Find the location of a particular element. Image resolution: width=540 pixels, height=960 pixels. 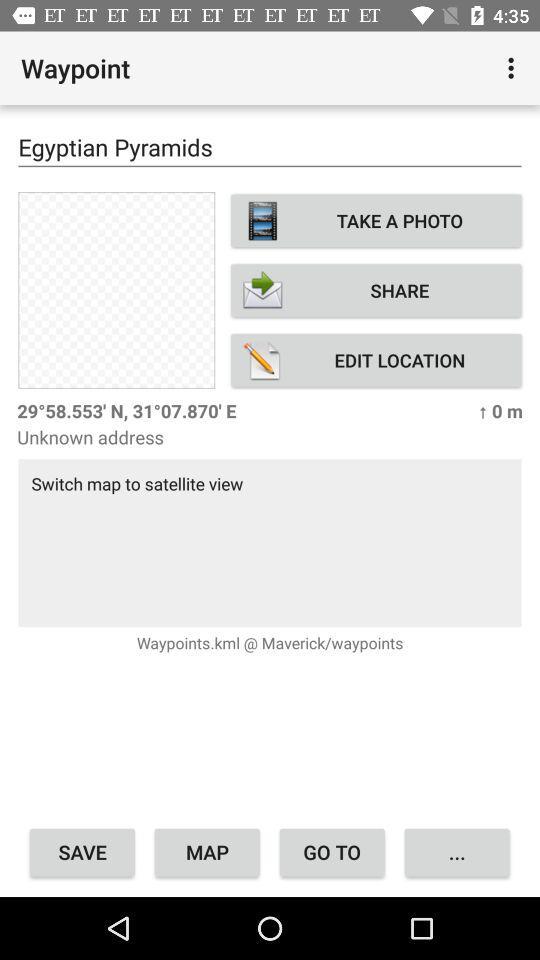

icon above waypoints kml maverick icon is located at coordinates (270, 542).